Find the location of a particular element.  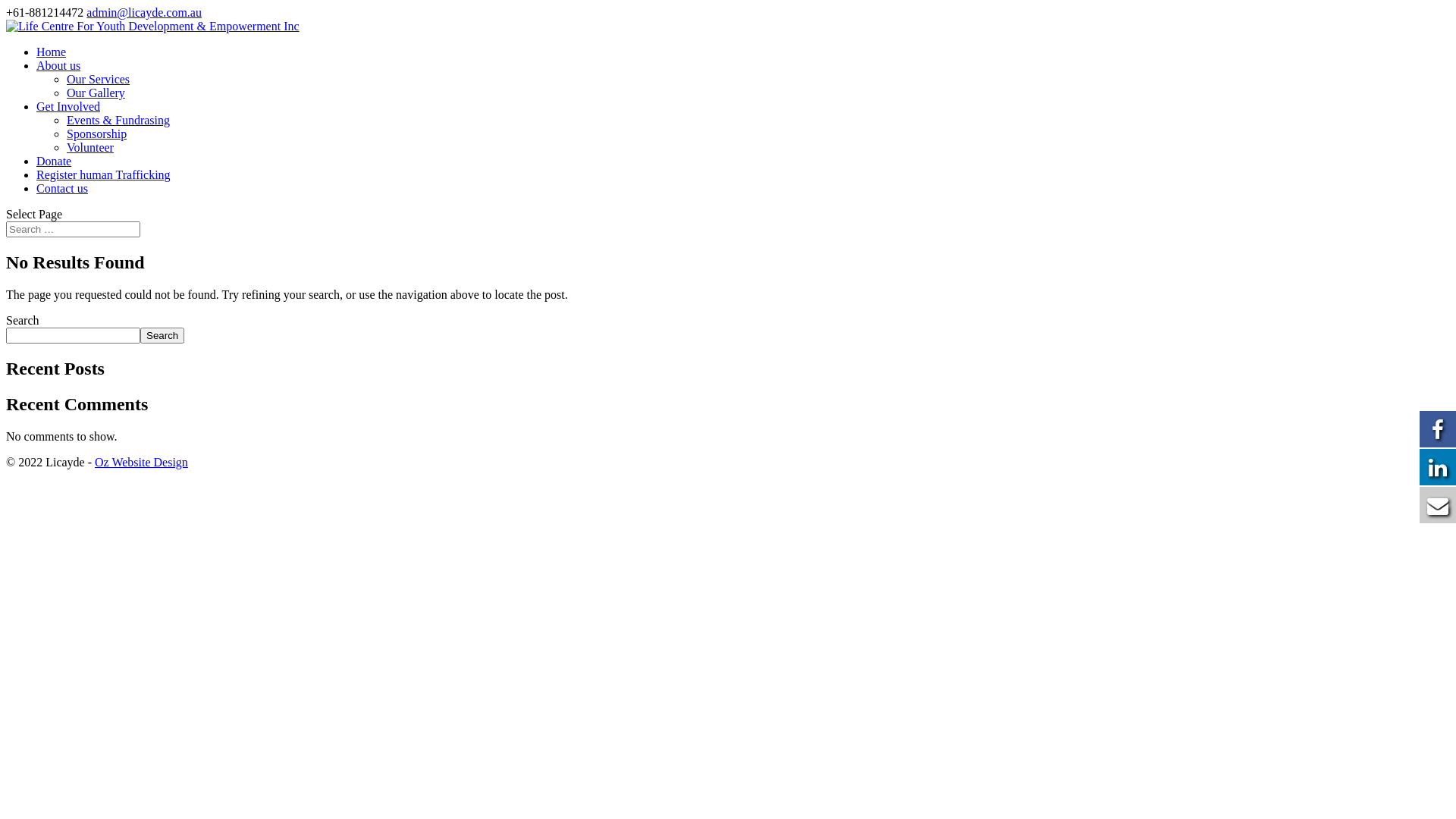

'Events & Fundrasing' is located at coordinates (118, 119).